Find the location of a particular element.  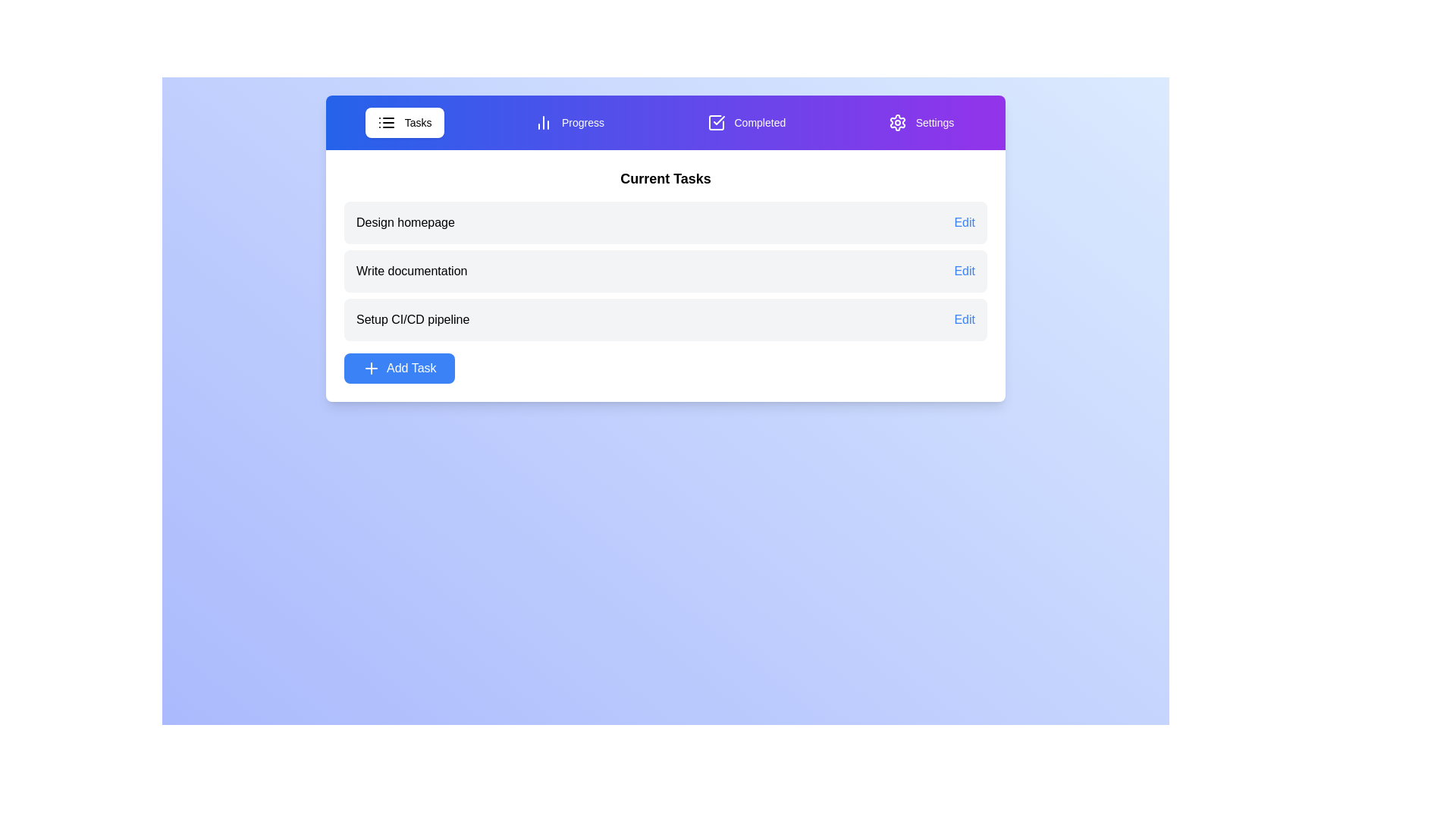

the checkmark icon located in the 'Completed' tab of the top navigation bar, which is styled with a minimalistic design is located at coordinates (715, 122).